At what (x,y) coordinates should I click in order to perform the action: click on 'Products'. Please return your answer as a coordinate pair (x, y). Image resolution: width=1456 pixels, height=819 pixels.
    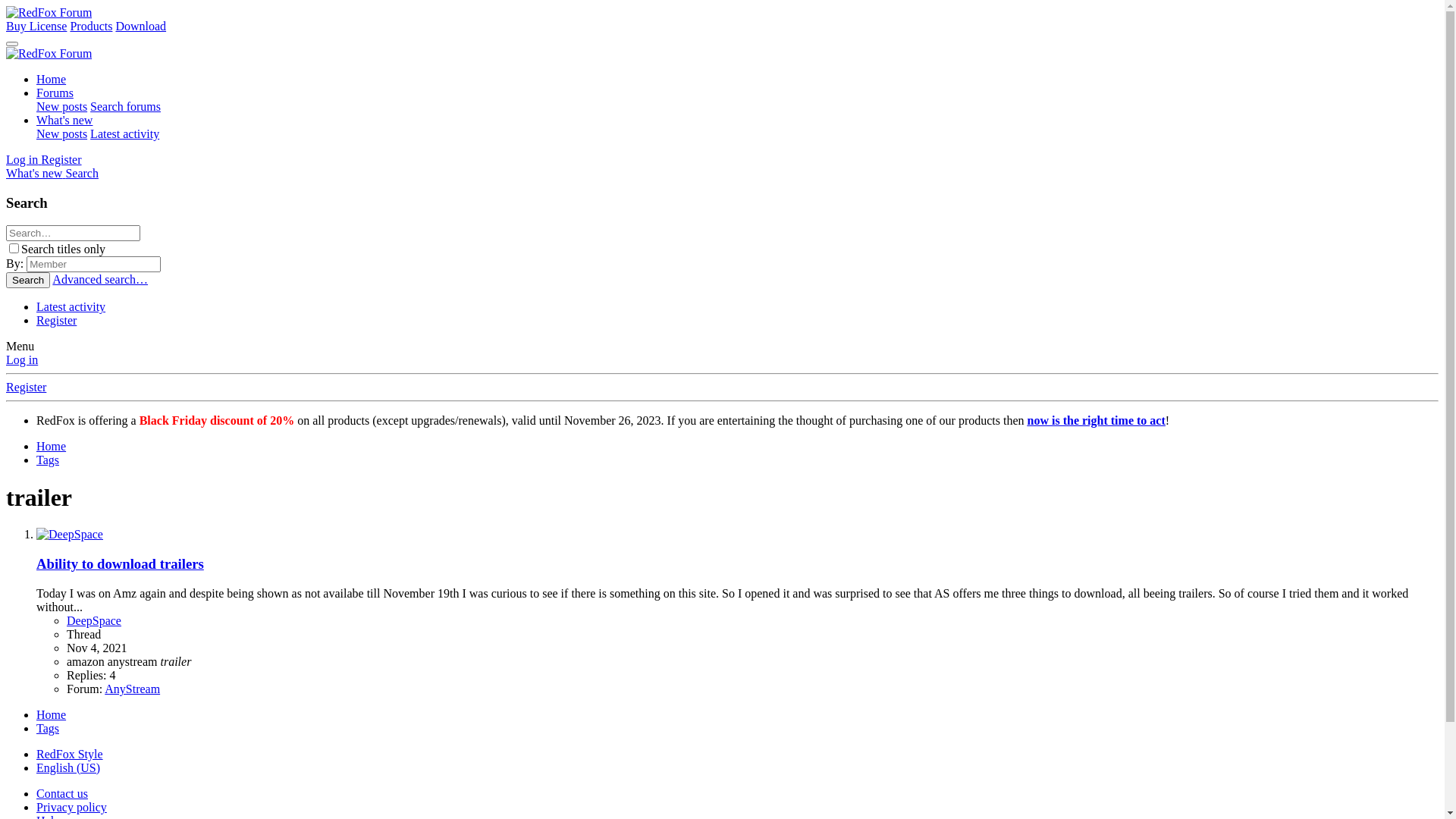
    Looking at the image, I should click on (90, 26).